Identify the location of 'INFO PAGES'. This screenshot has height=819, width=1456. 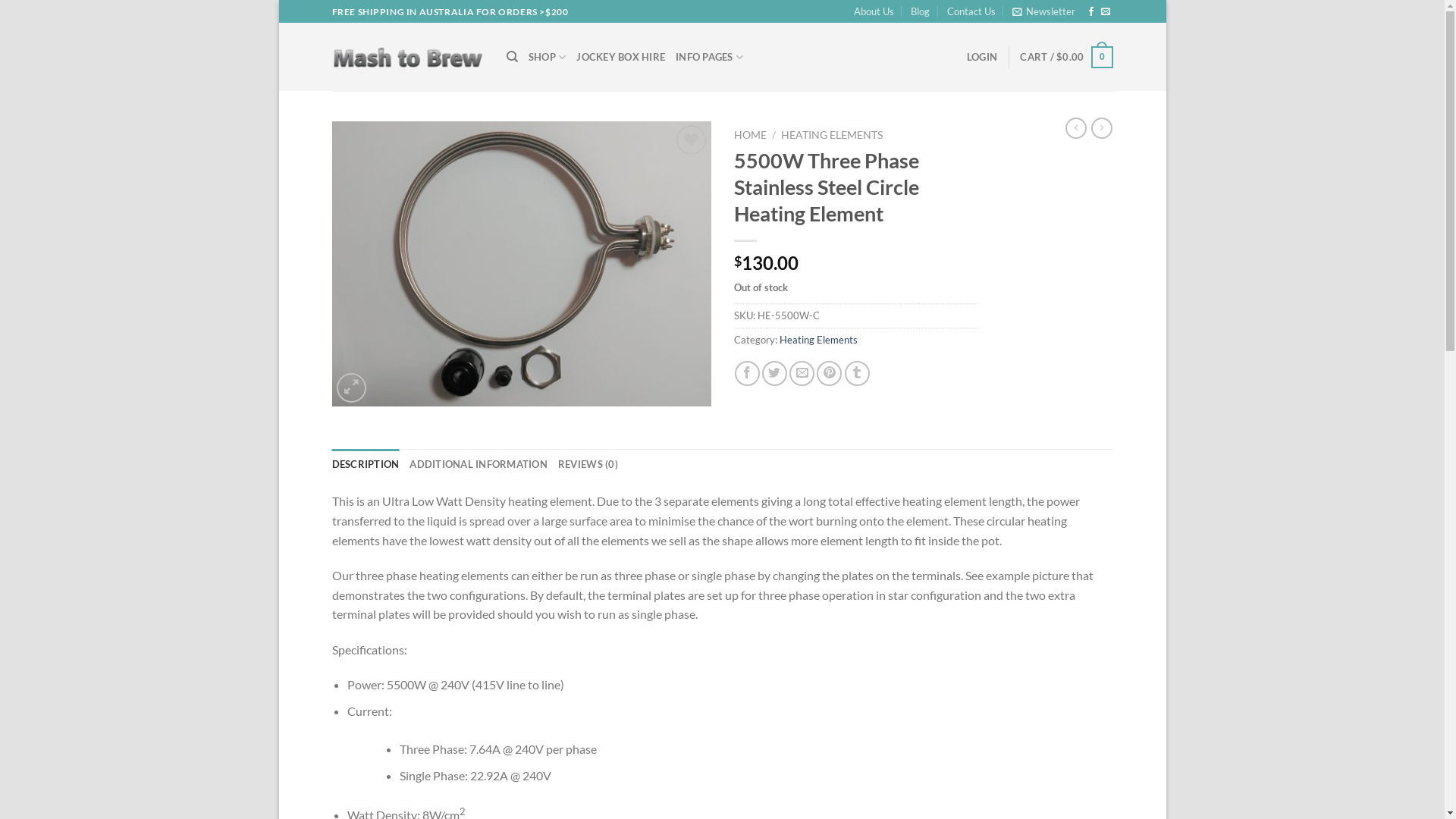
(708, 55).